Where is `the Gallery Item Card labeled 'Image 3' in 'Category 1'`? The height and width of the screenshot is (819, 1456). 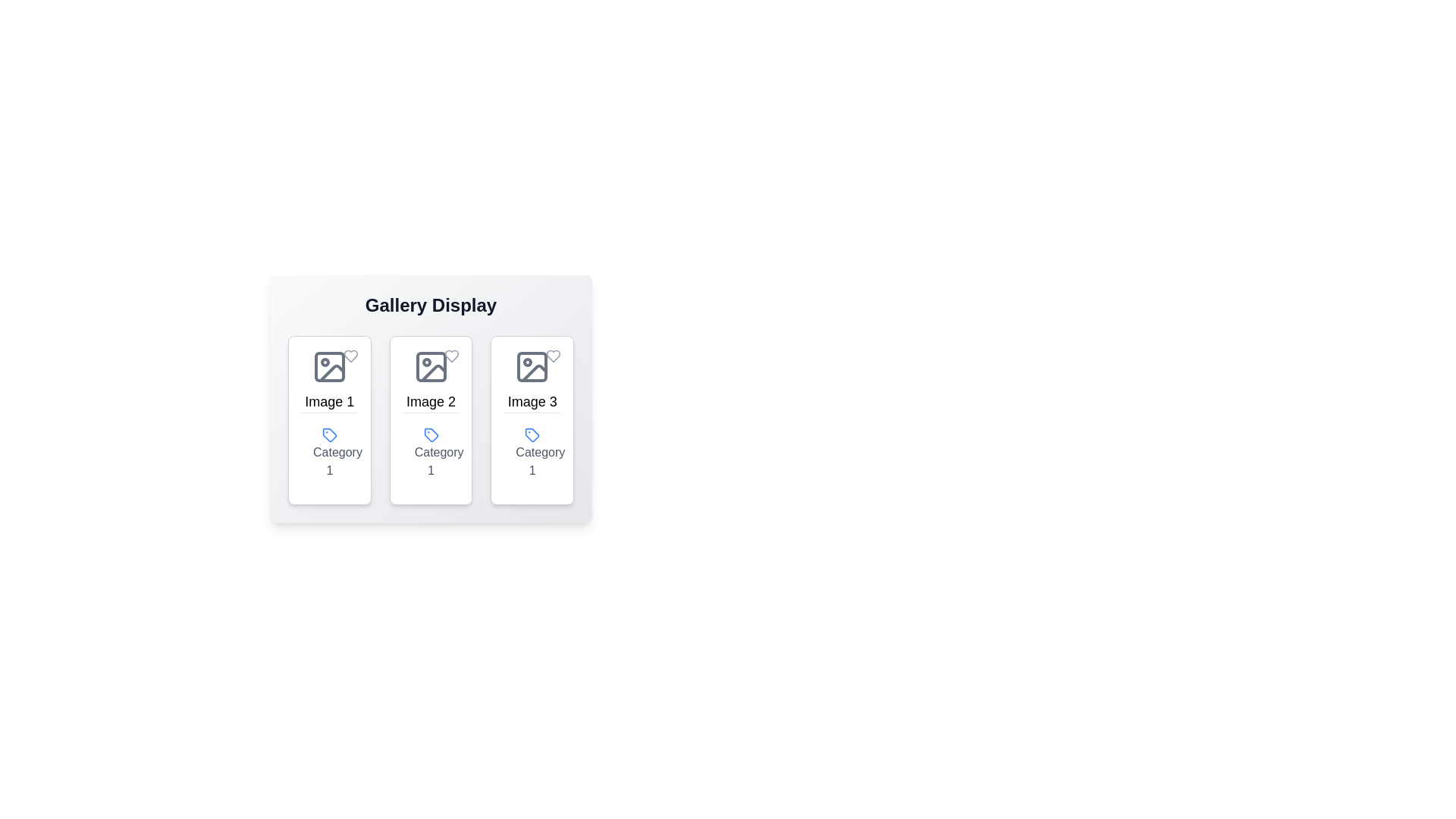
the Gallery Item Card labeled 'Image 3' in 'Category 1' is located at coordinates (532, 420).